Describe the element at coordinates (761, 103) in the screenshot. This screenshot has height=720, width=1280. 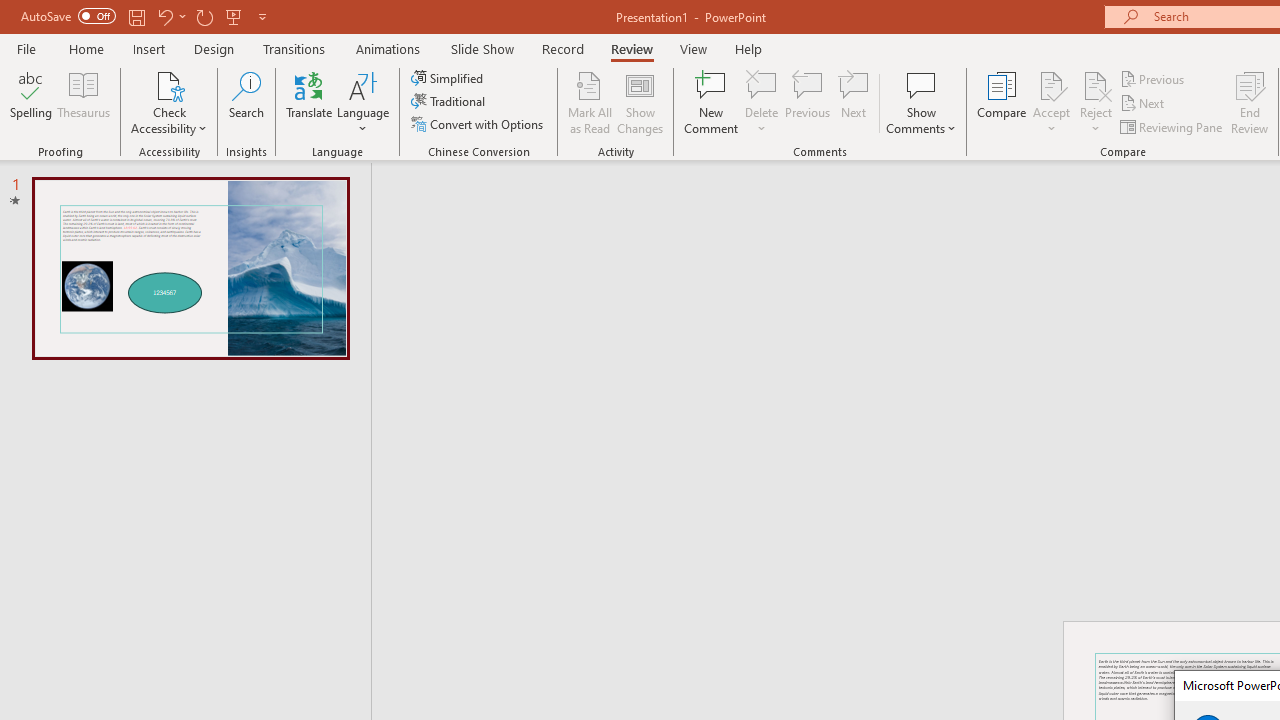
I see `'Delete'` at that location.